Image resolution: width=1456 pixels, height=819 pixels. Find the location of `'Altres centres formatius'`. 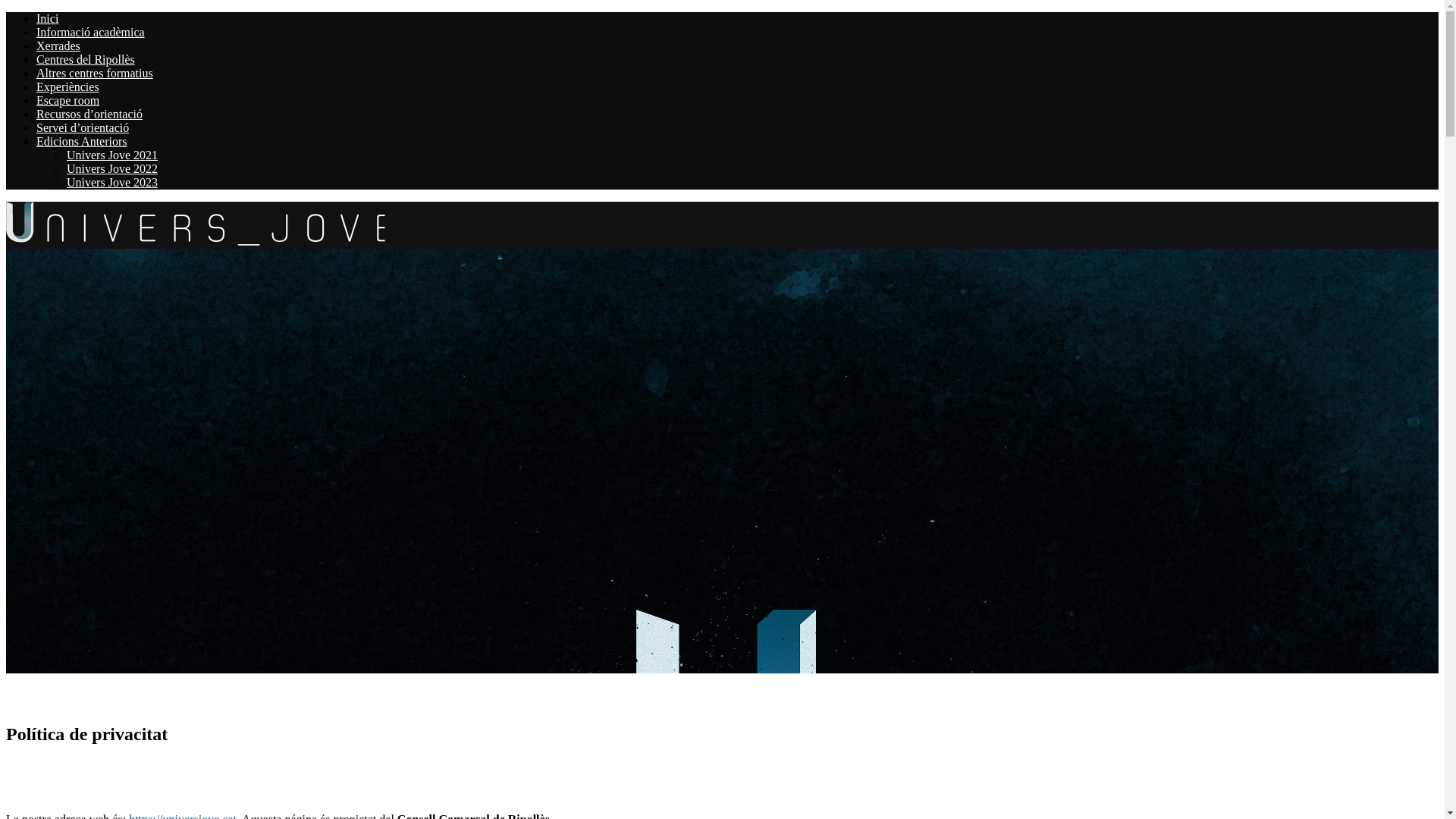

'Altres centres formatius' is located at coordinates (93, 73).